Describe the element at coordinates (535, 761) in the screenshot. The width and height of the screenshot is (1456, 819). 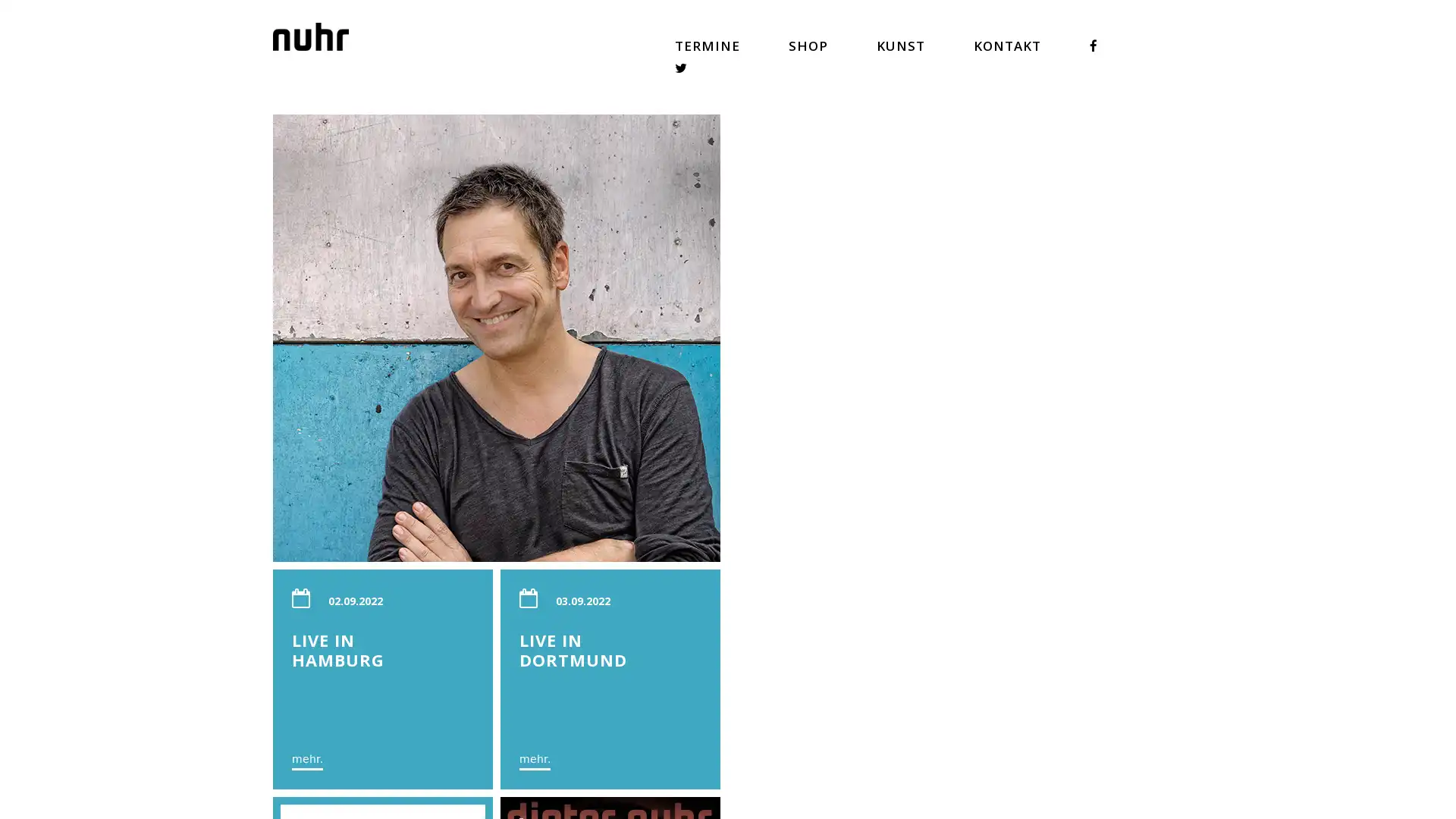
I see `mehr.` at that location.